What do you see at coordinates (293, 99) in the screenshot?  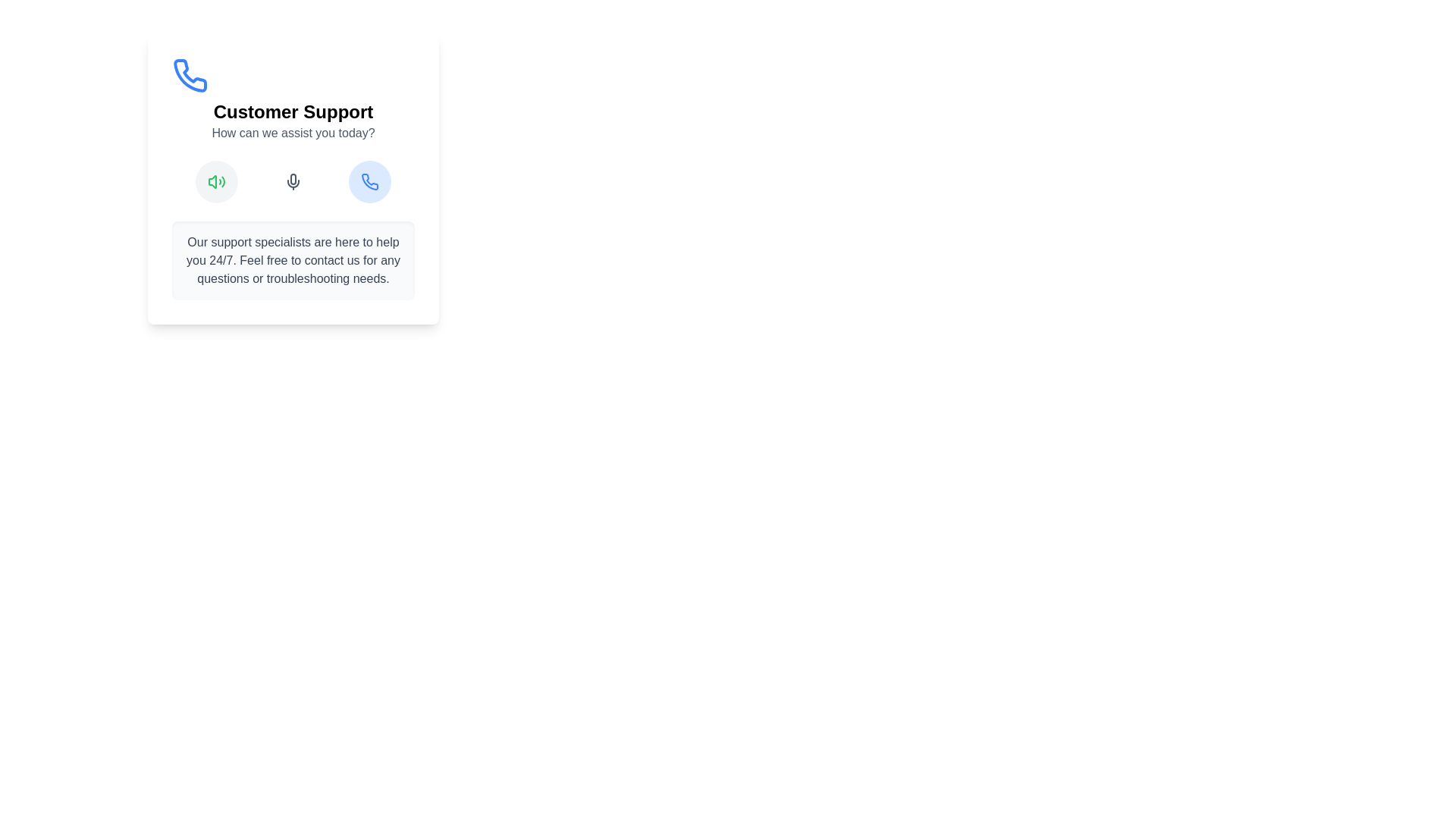 I see `the Text Section that serves as the header for the customer support section, which provides an introductory message to guide users in accessing help or support` at bounding box center [293, 99].